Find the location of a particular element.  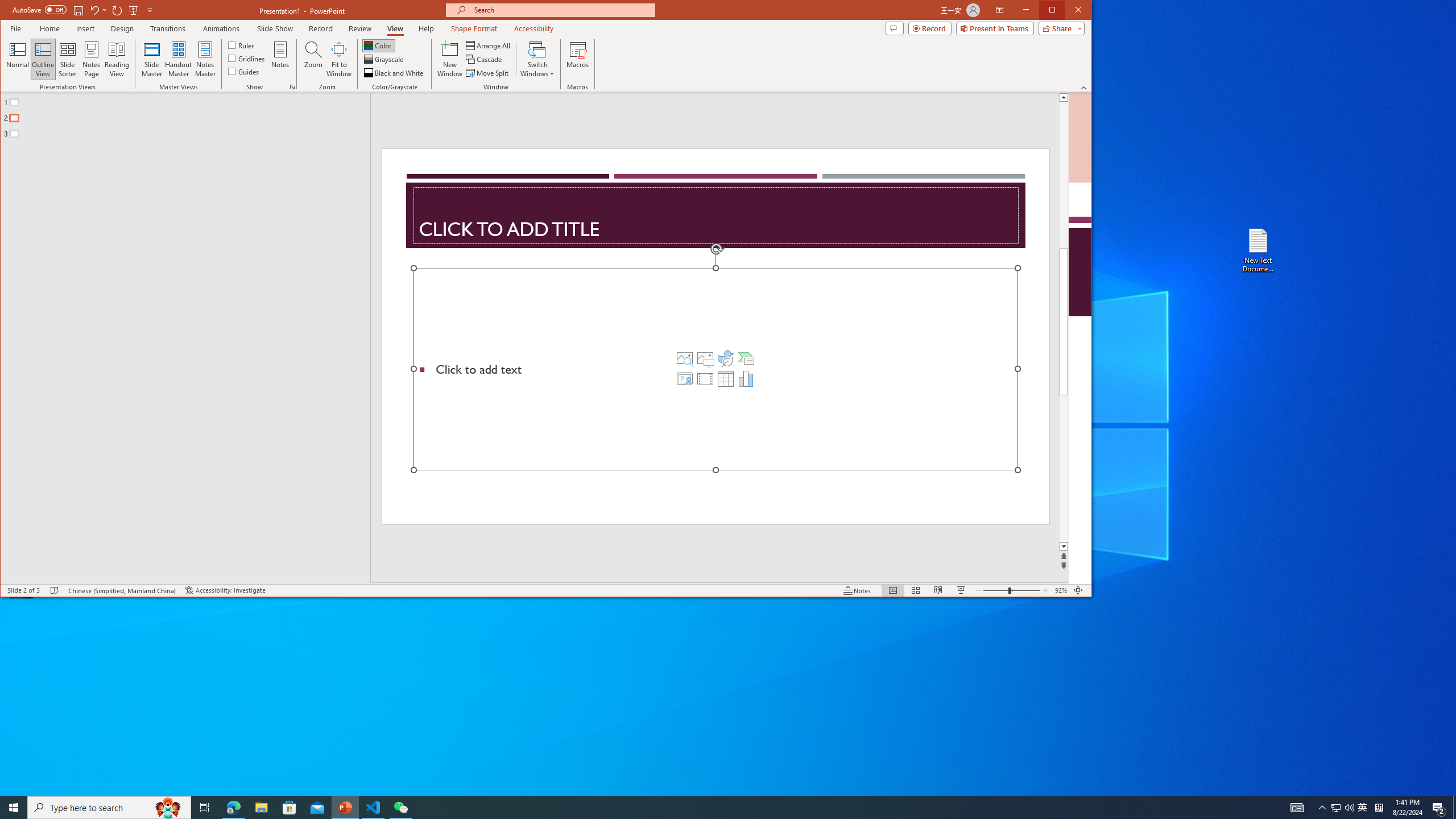

'Notes' is located at coordinates (280, 59).